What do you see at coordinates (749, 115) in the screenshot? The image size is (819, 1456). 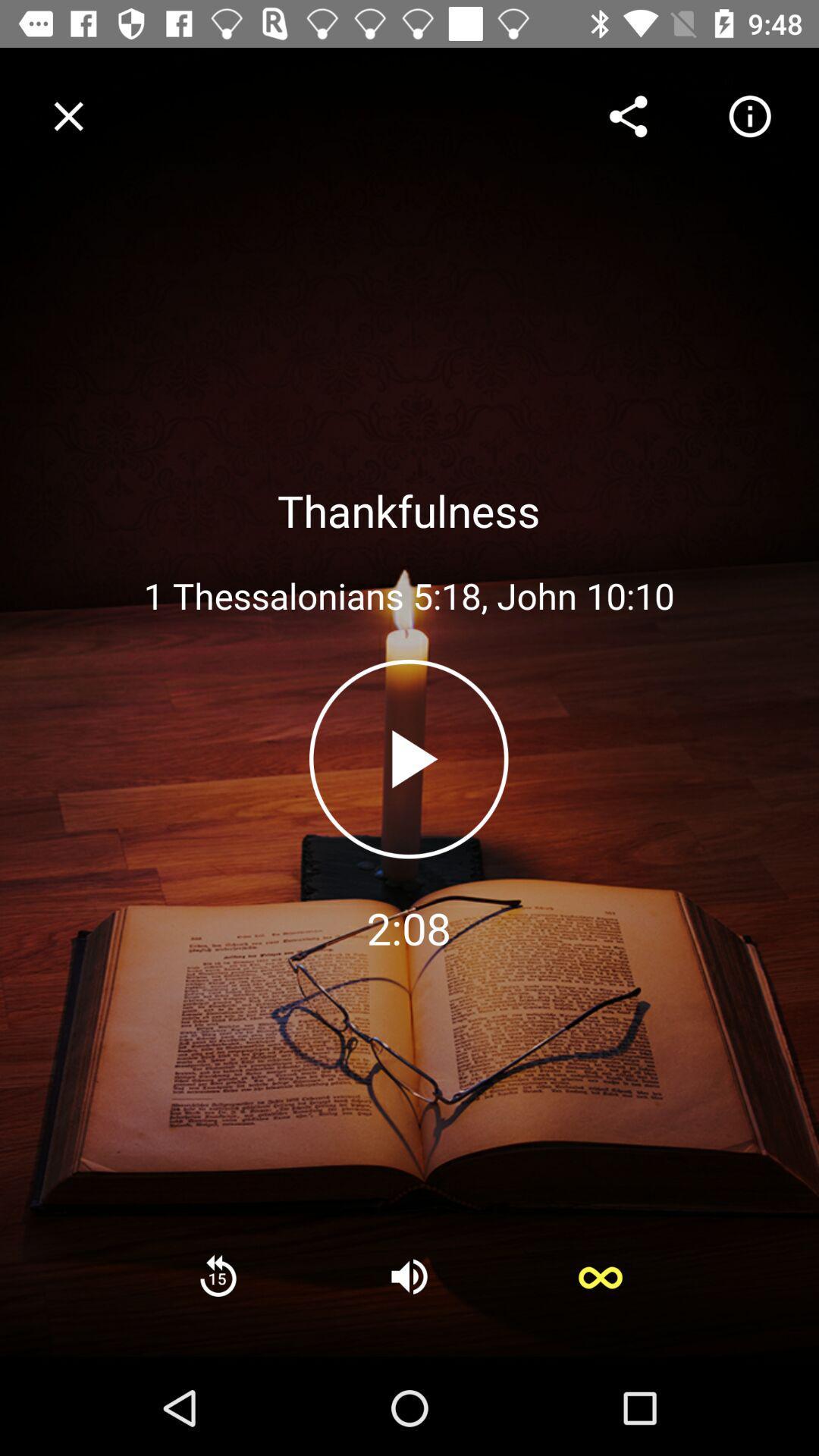 I see `the info icon` at bounding box center [749, 115].